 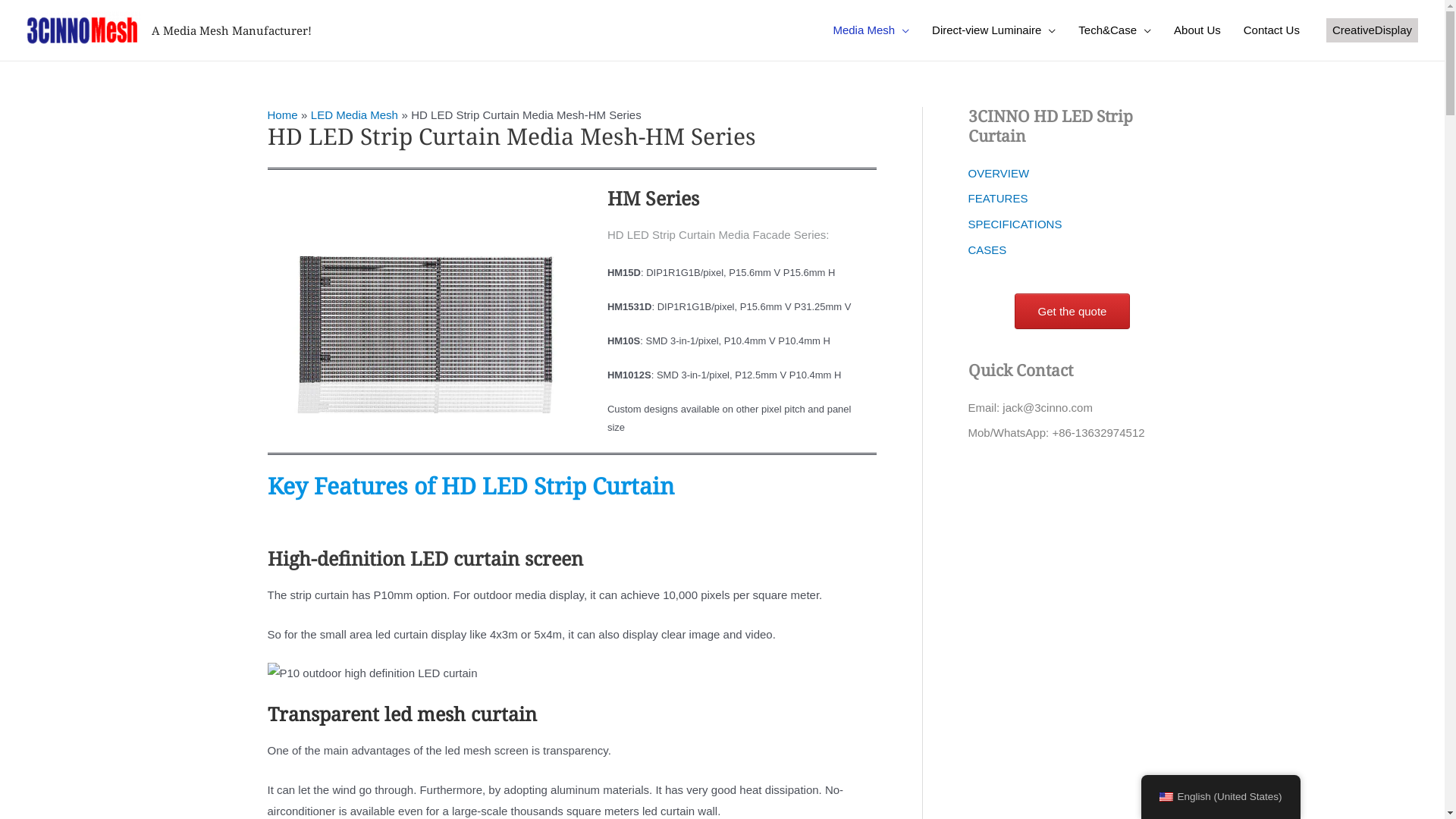 I want to click on 'Tech&Case', so click(x=1114, y=30).